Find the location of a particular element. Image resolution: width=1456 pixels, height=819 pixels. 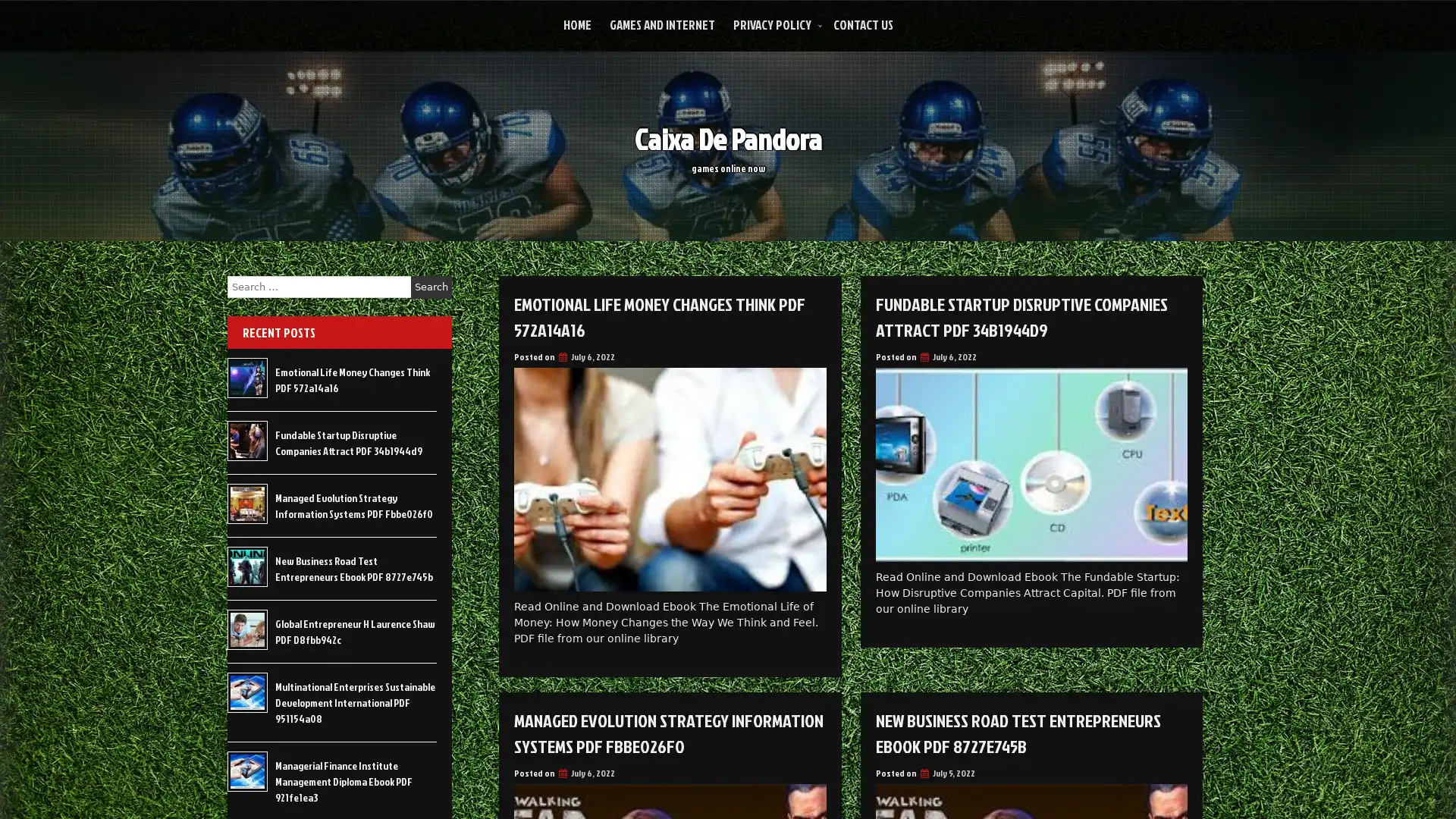

Search is located at coordinates (431, 287).